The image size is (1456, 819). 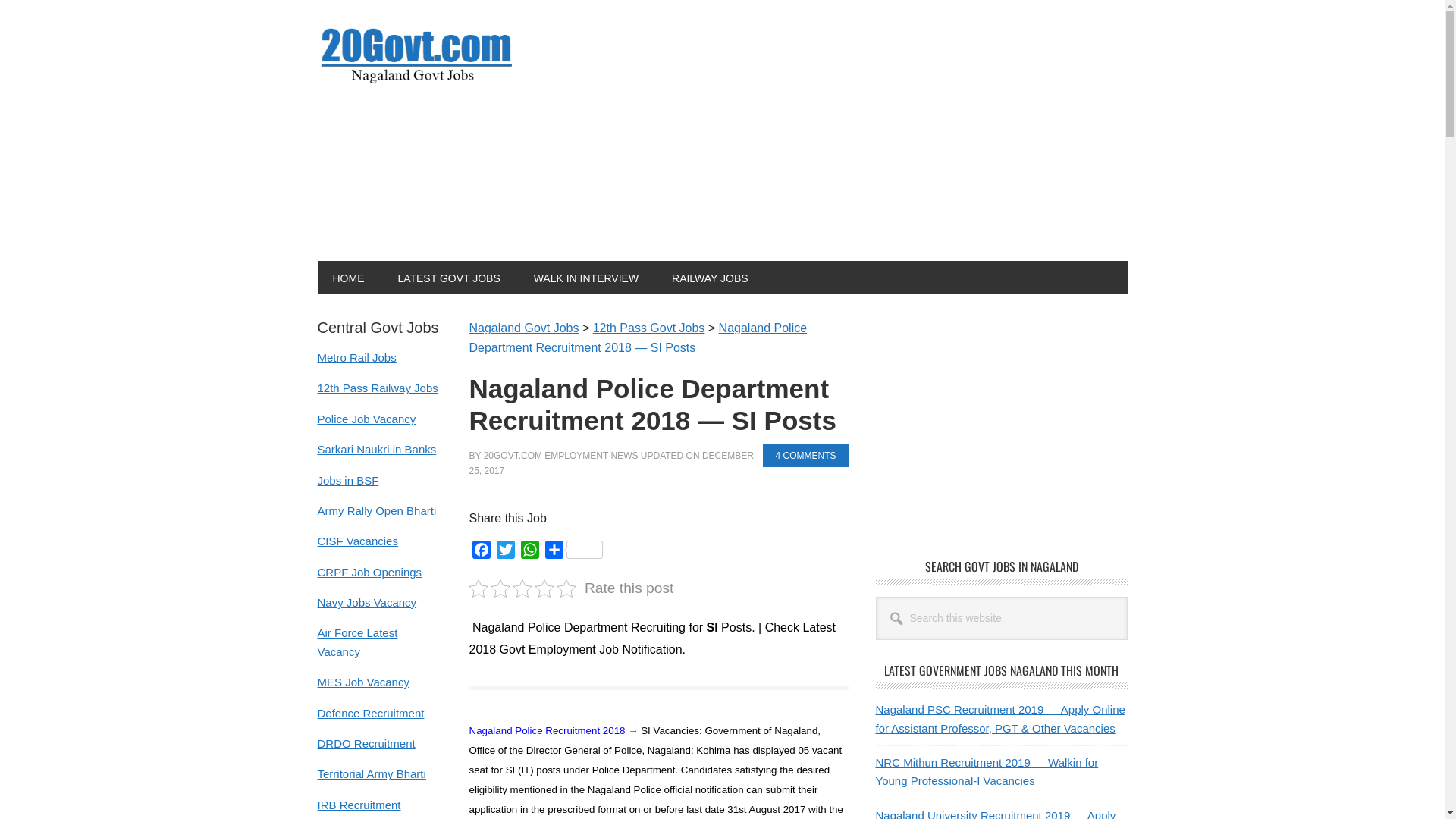 I want to click on 'HOME', so click(x=347, y=278).